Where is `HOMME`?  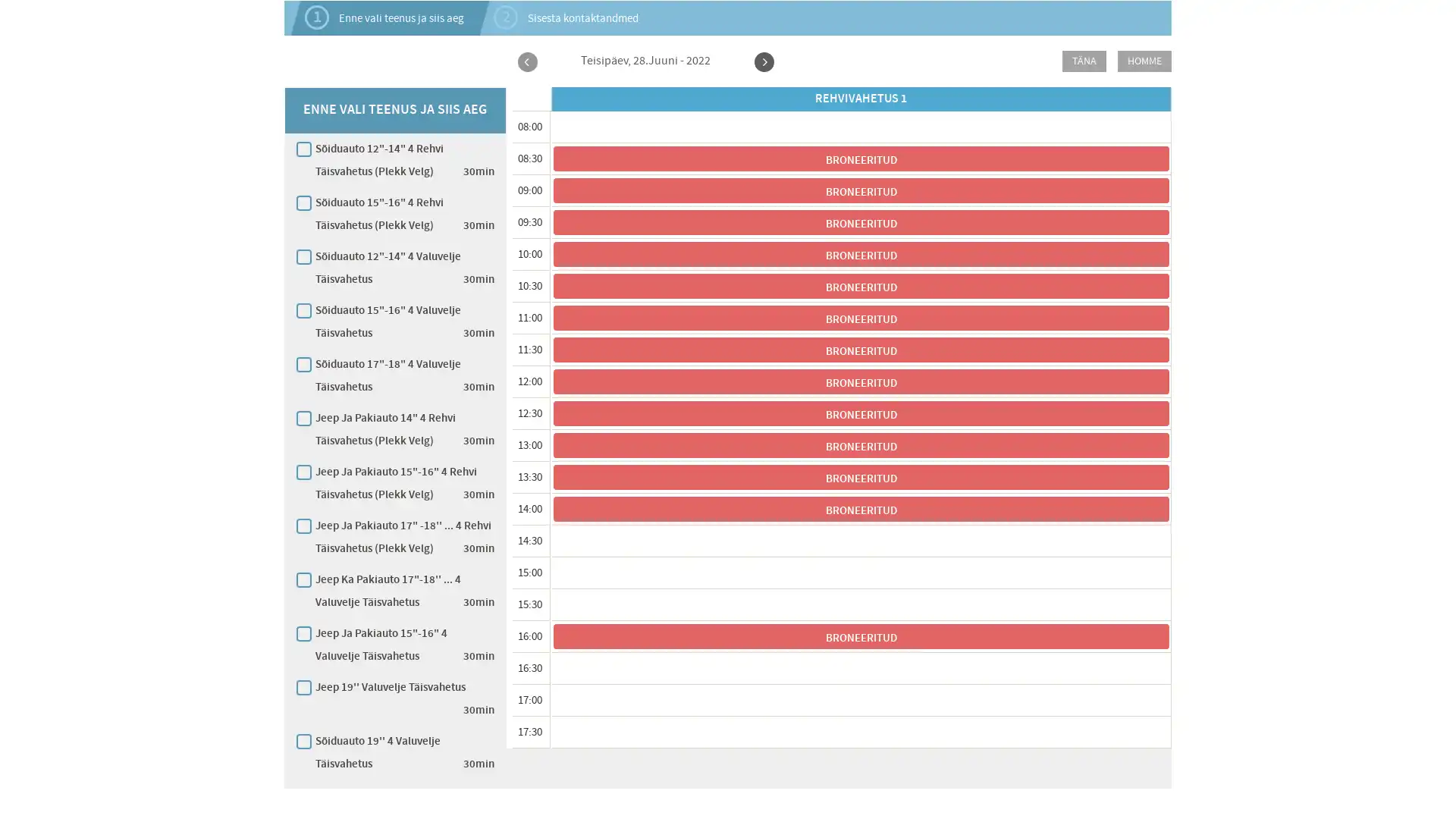
HOMME is located at coordinates (1144, 61).